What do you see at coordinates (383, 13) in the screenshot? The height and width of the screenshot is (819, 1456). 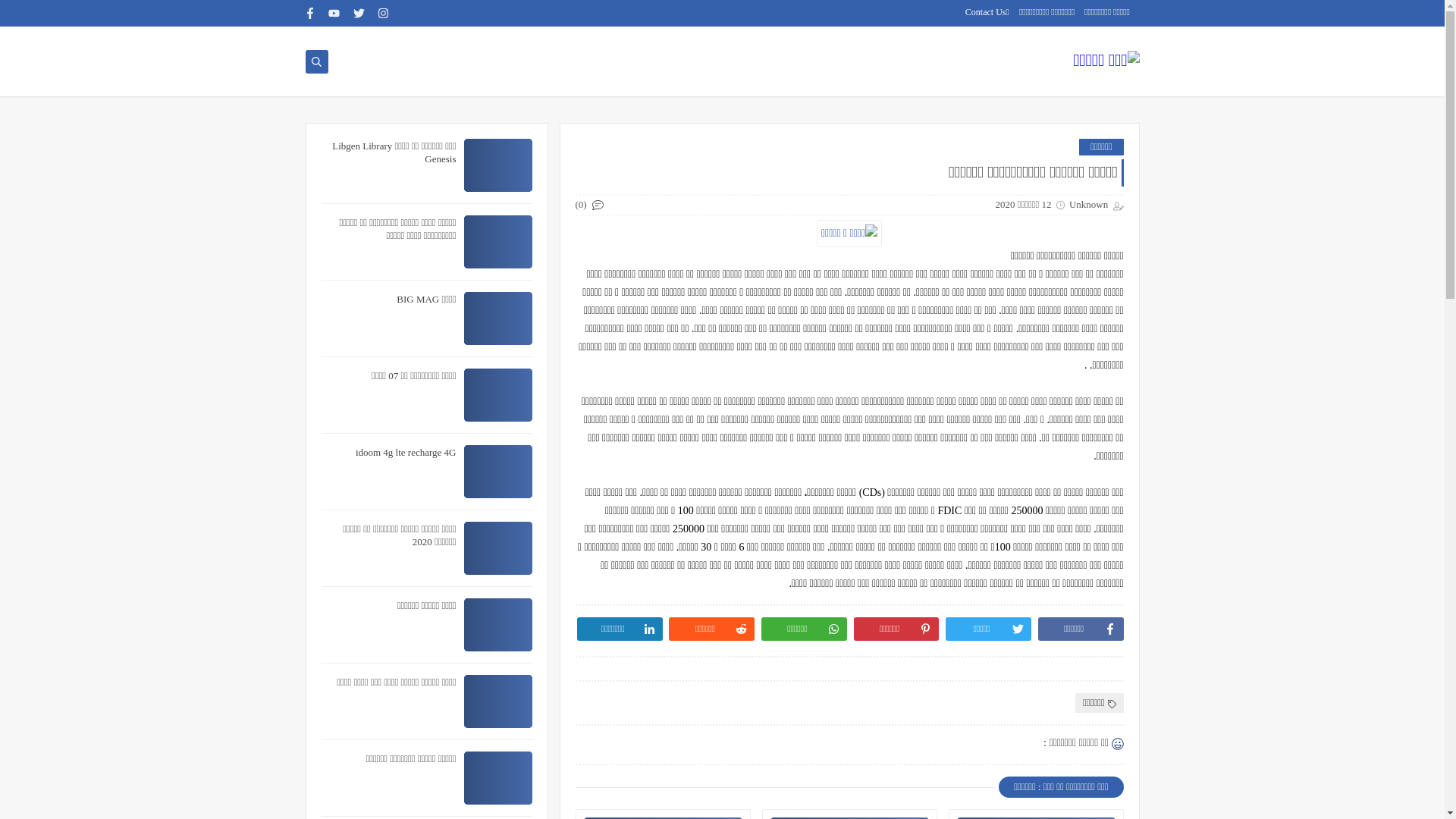 I see `'instagram'` at bounding box center [383, 13].